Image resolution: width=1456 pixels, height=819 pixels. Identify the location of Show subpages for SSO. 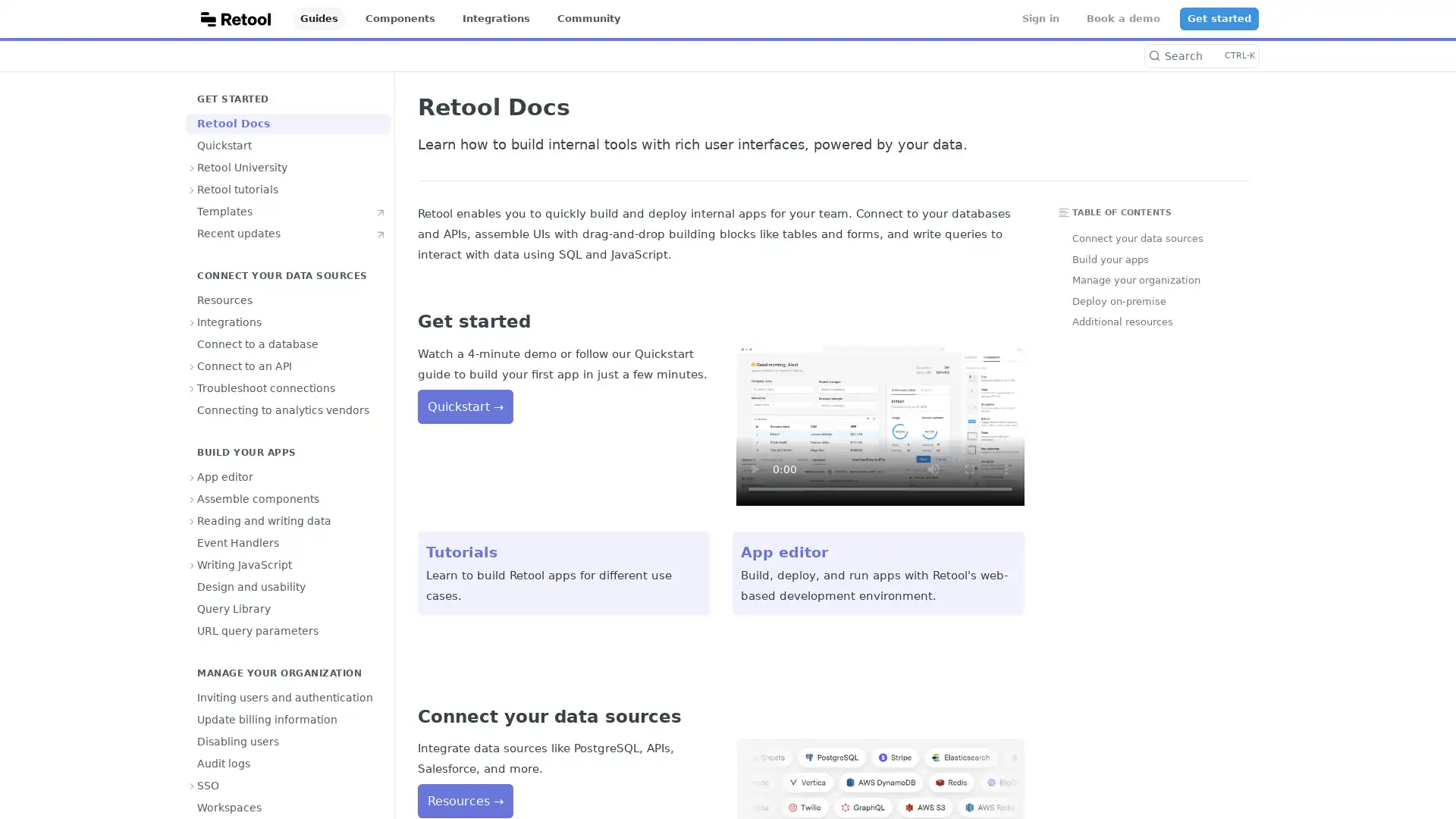
(192, 785).